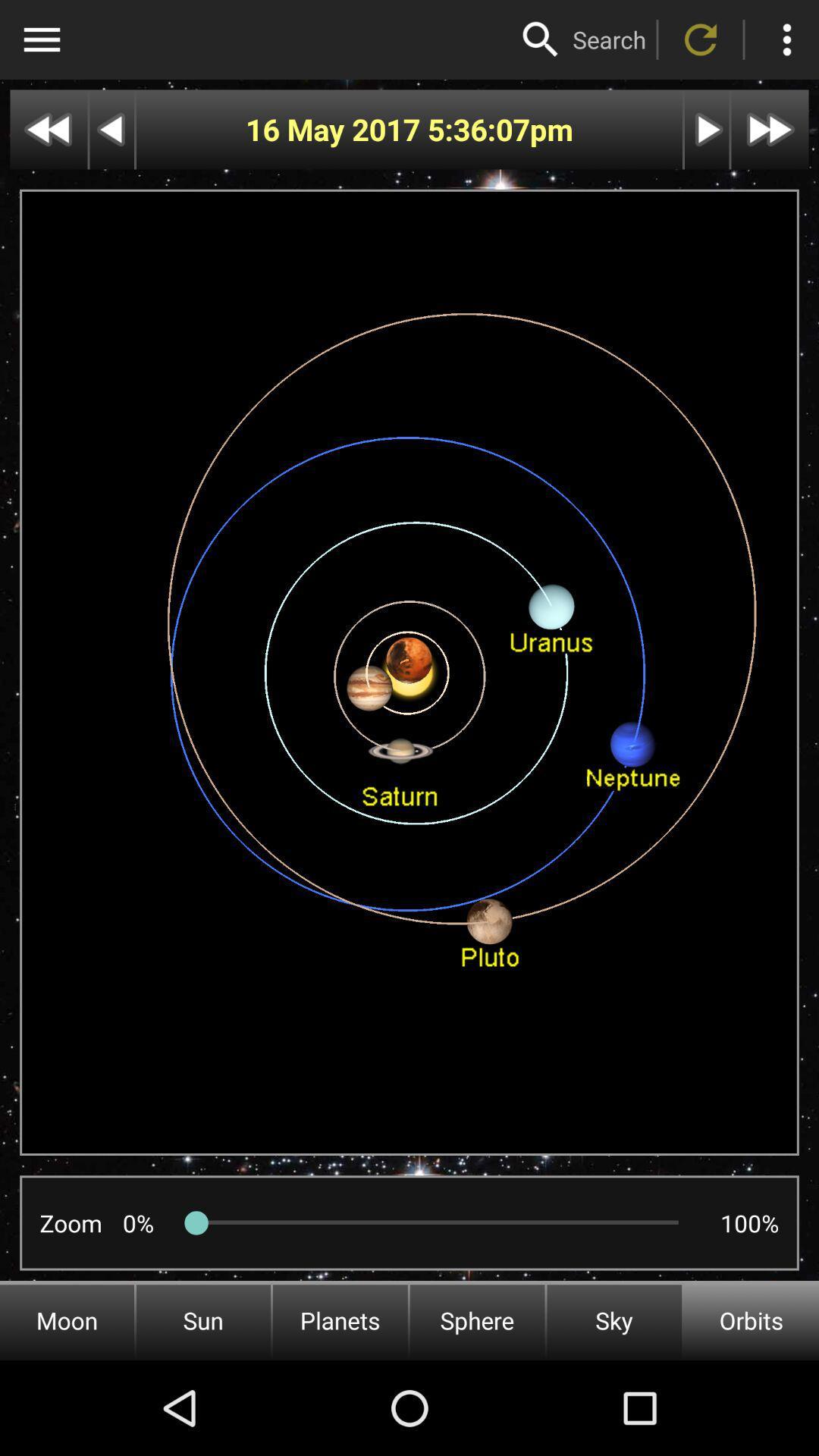  What do you see at coordinates (540, 39) in the screenshot?
I see `the search icon` at bounding box center [540, 39].